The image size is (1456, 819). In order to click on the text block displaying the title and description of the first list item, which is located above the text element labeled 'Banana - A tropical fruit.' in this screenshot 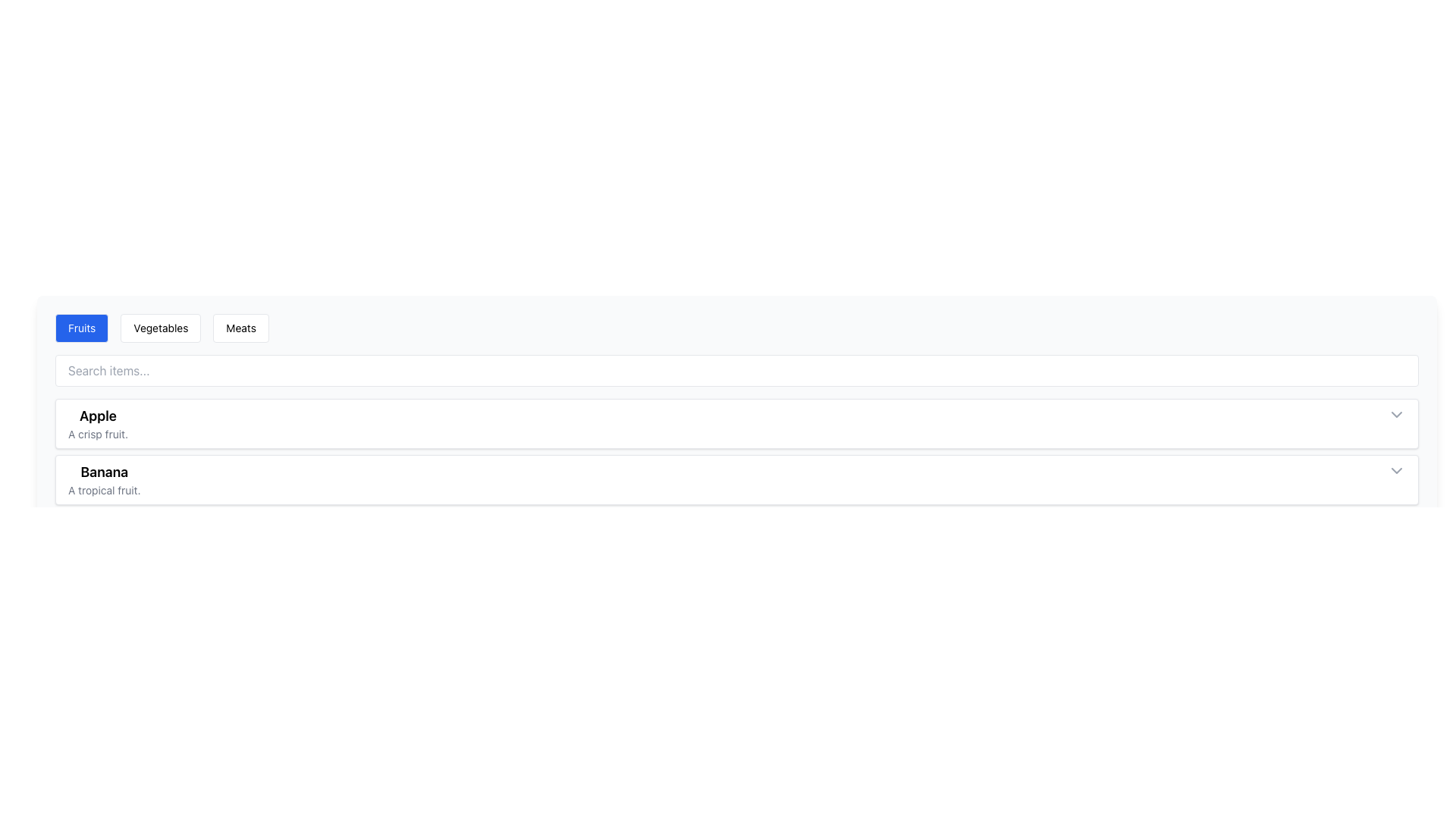, I will do `click(97, 424)`.